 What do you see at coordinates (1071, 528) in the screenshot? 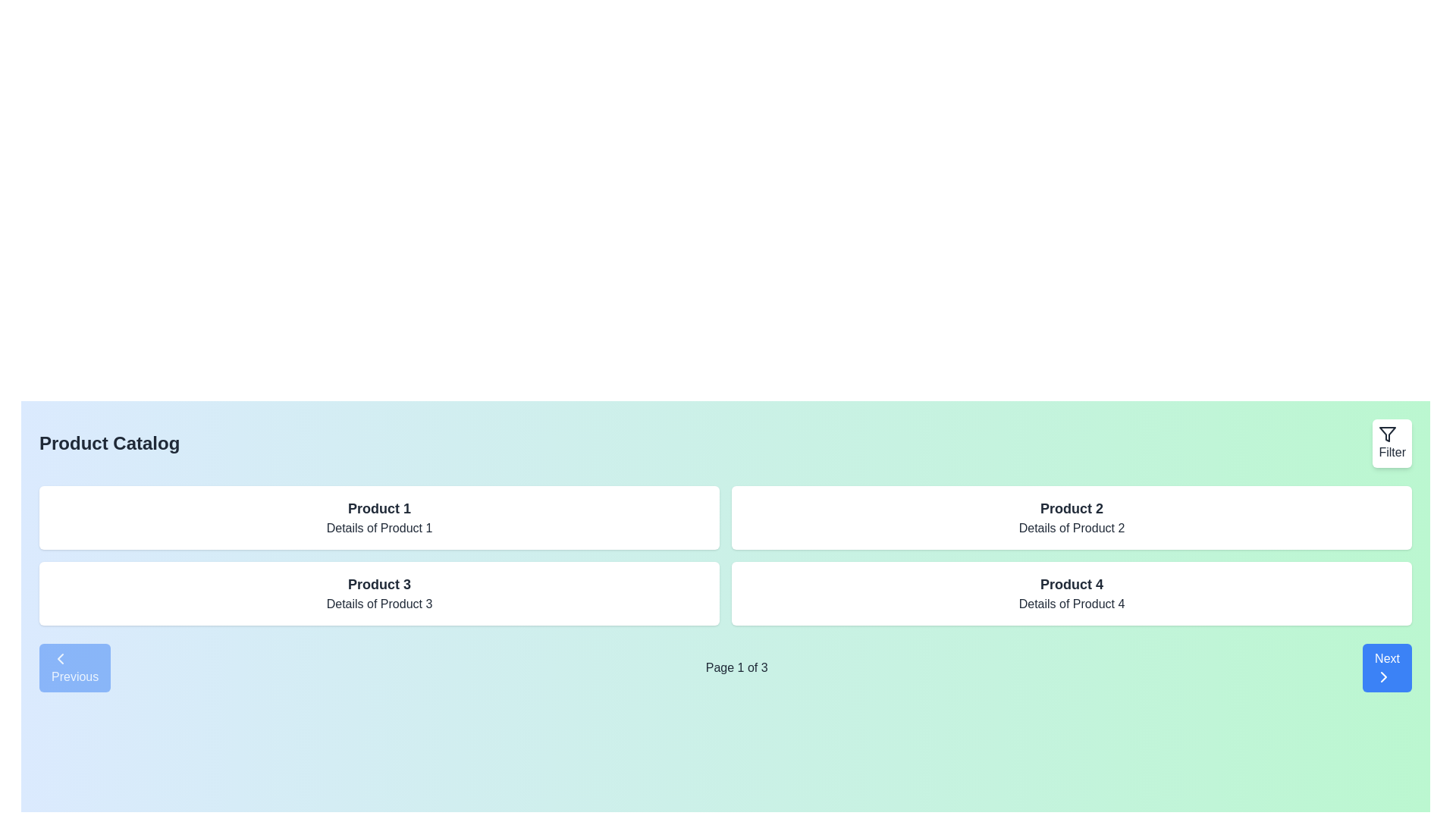
I see `additional descriptive text that elaborates on 'Product 2', positioned below the 'Product 2' title in the top-right corner of the product cards grid` at bounding box center [1071, 528].